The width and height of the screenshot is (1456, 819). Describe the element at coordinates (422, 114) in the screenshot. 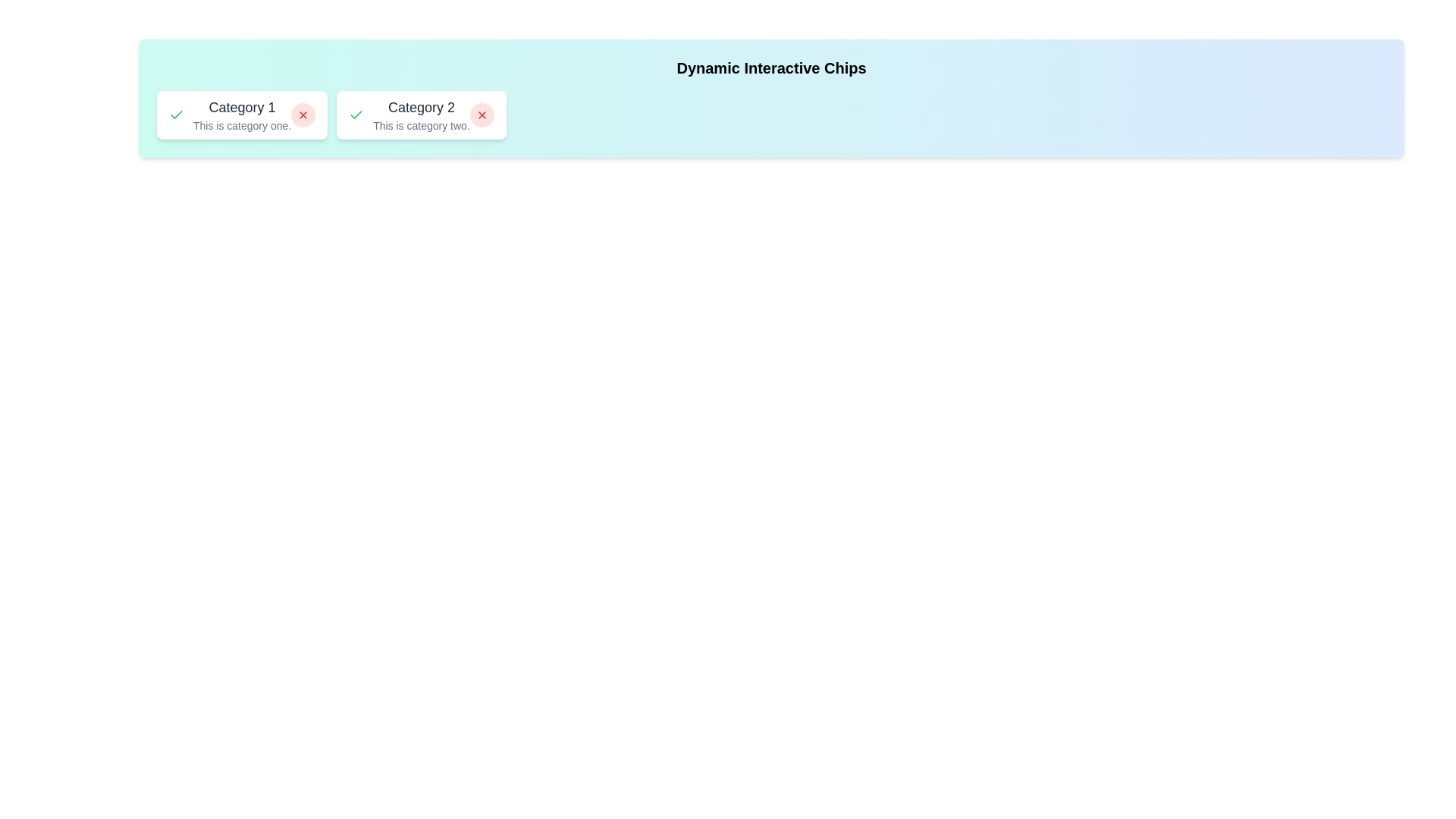

I see `the label and description of a chip identified by Category 2` at that location.